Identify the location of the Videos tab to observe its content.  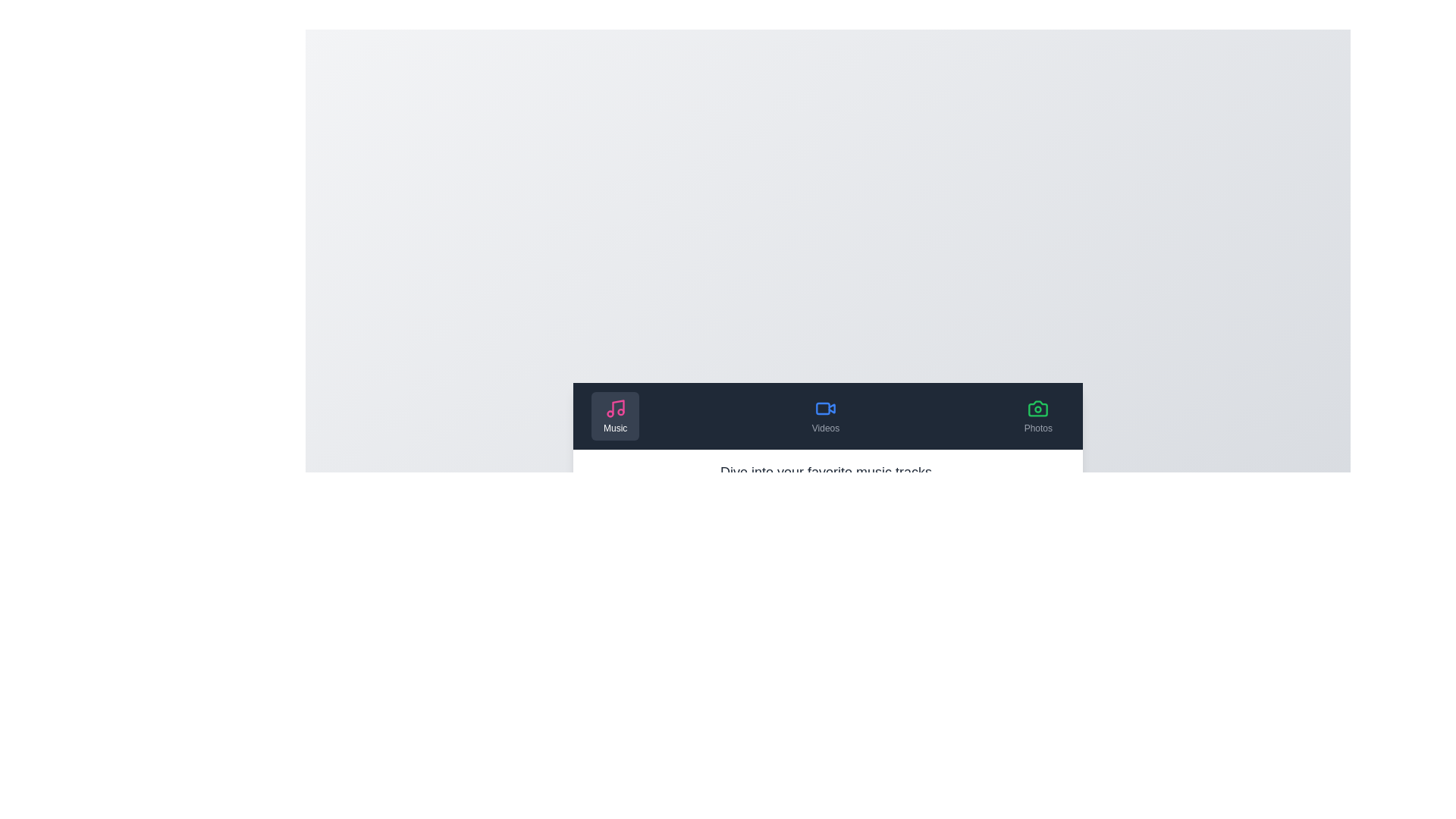
(825, 416).